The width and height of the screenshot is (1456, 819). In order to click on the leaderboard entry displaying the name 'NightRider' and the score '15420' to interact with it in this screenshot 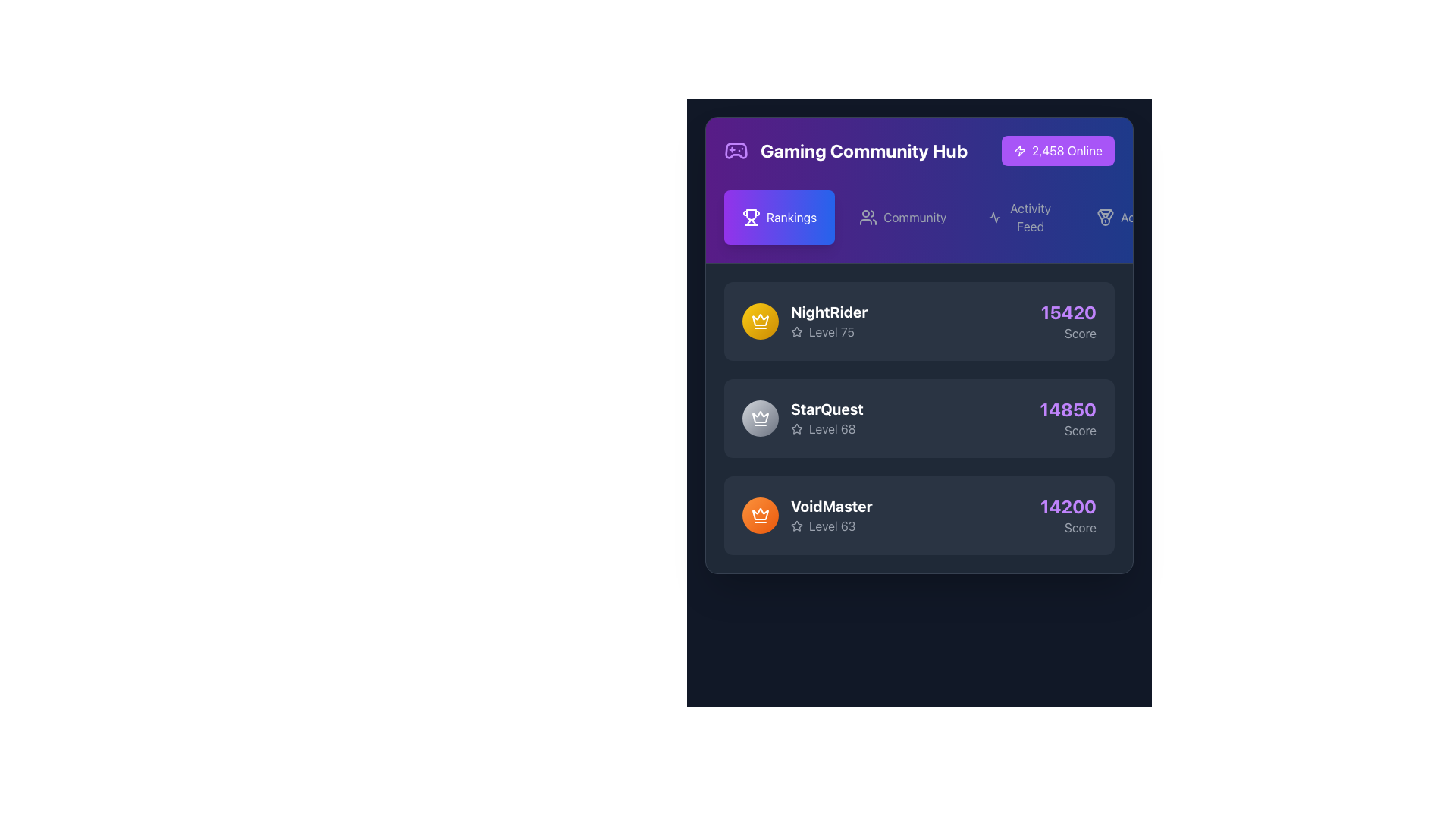, I will do `click(918, 321)`.